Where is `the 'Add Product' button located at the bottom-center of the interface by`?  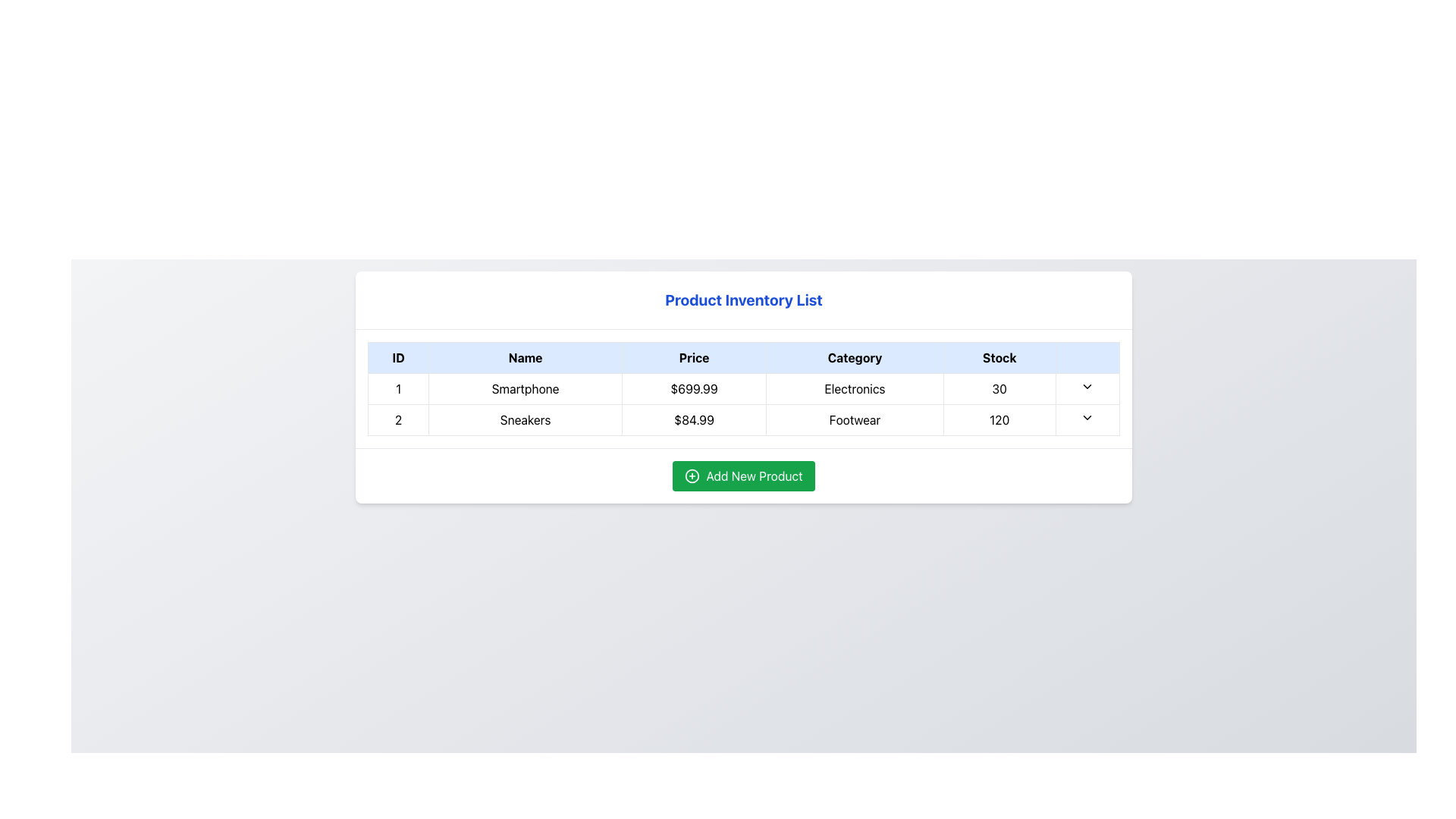
the 'Add Product' button located at the bottom-center of the interface by is located at coordinates (743, 475).